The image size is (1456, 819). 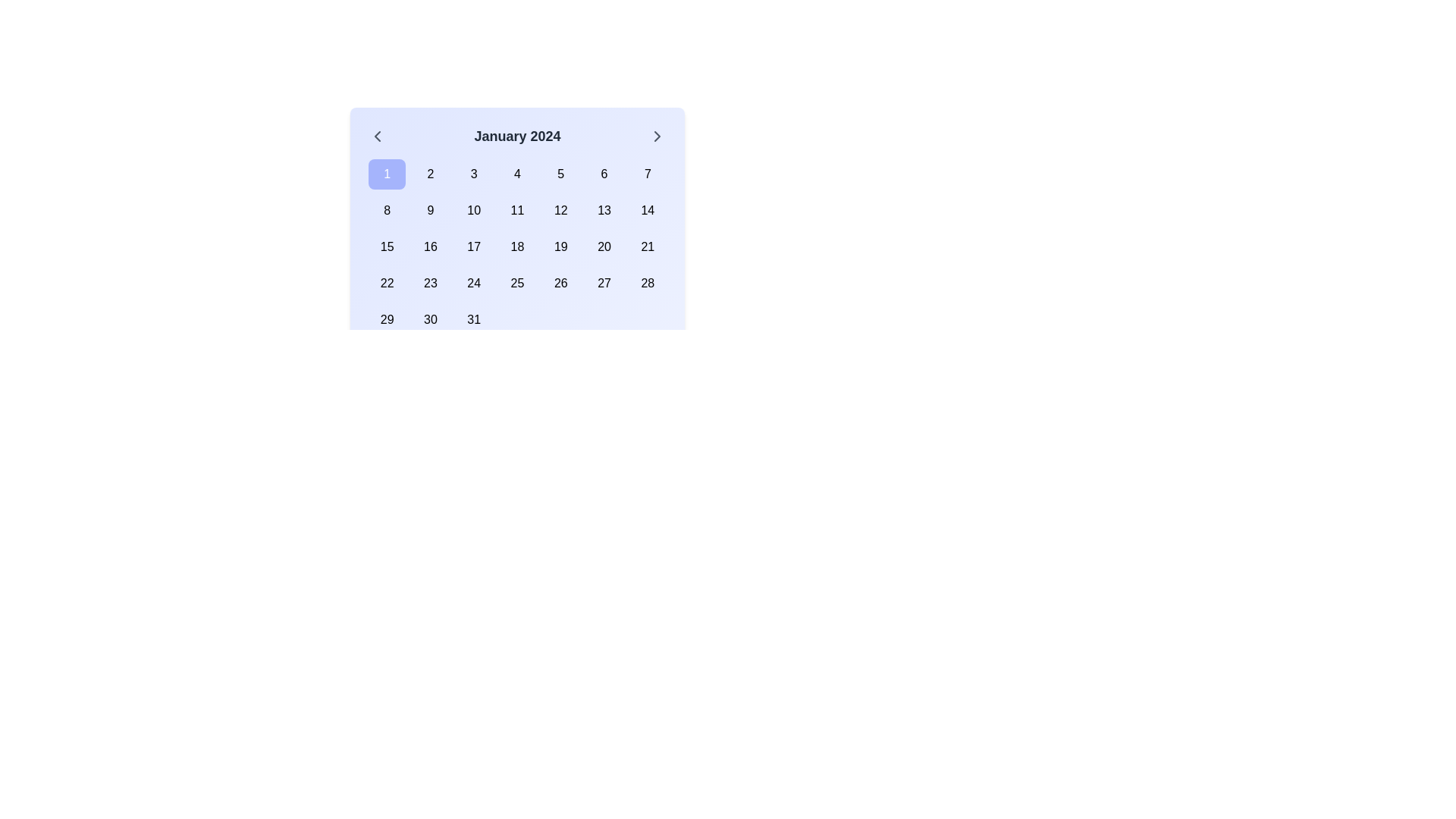 I want to click on the calendar button representing the date '23', so click(x=429, y=284).